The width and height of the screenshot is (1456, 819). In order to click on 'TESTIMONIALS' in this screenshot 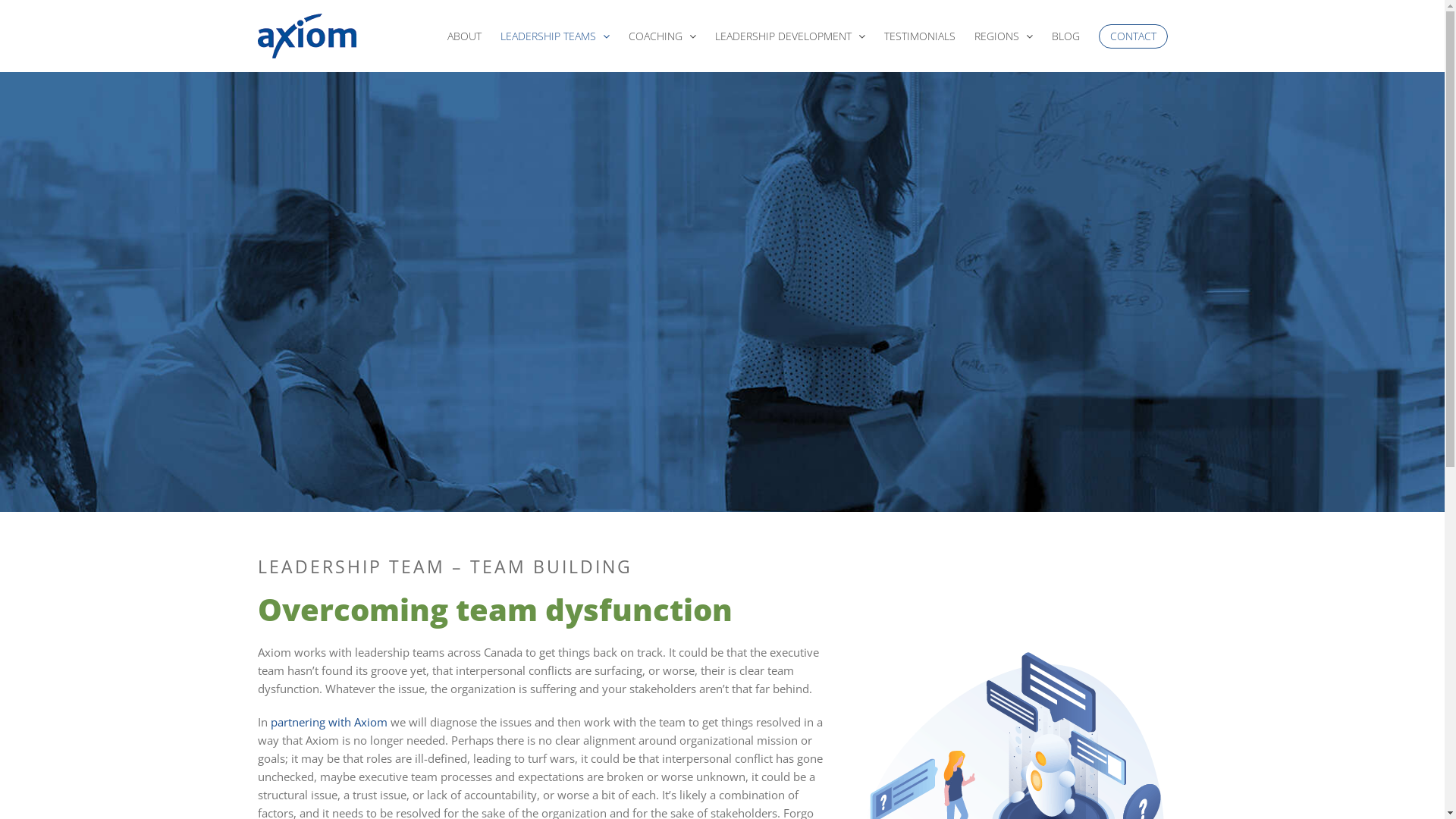, I will do `click(884, 35)`.